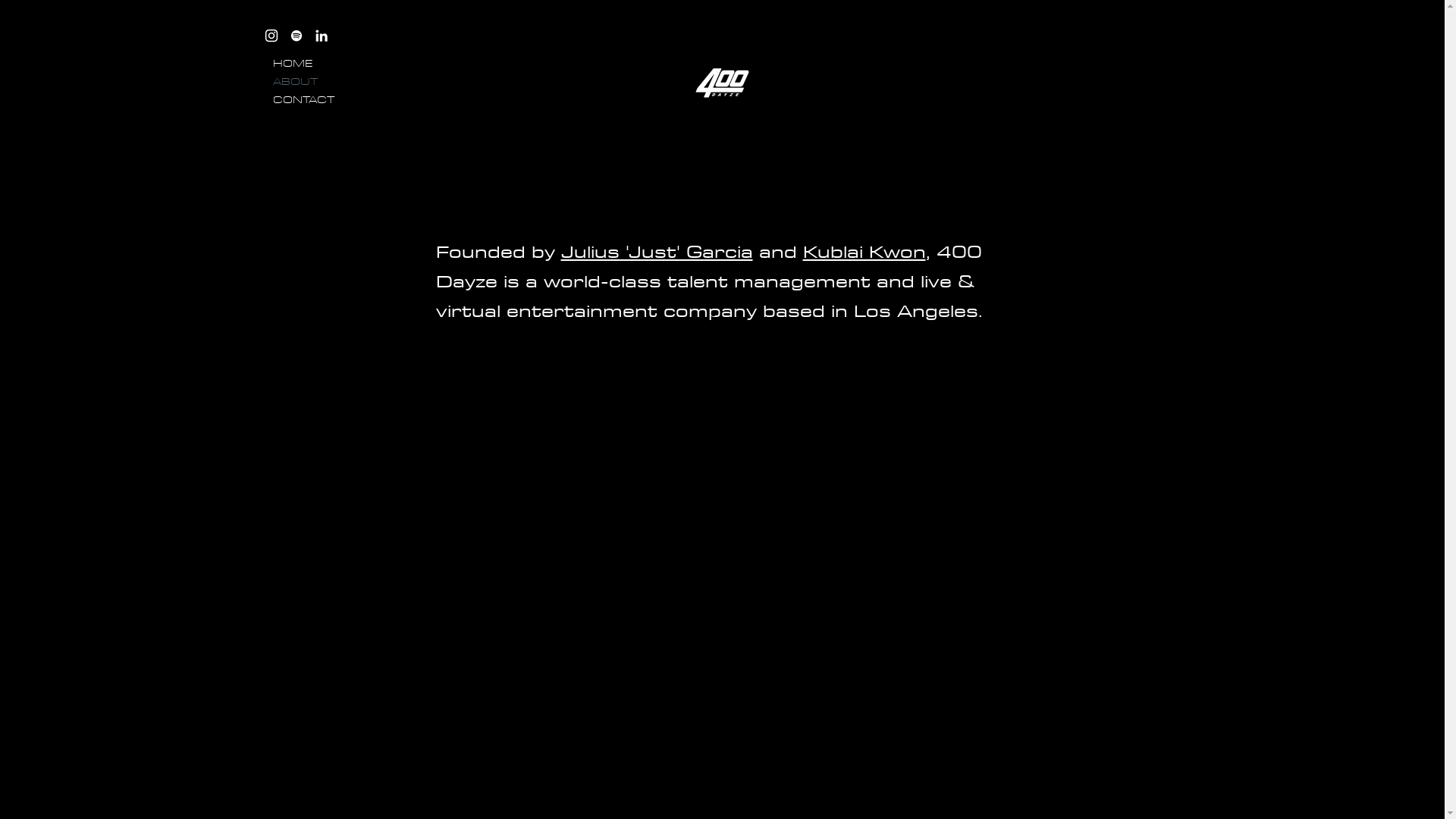 Image resolution: width=1456 pixels, height=819 pixels. I want to click on 'CONTACT', so click(273, 99).